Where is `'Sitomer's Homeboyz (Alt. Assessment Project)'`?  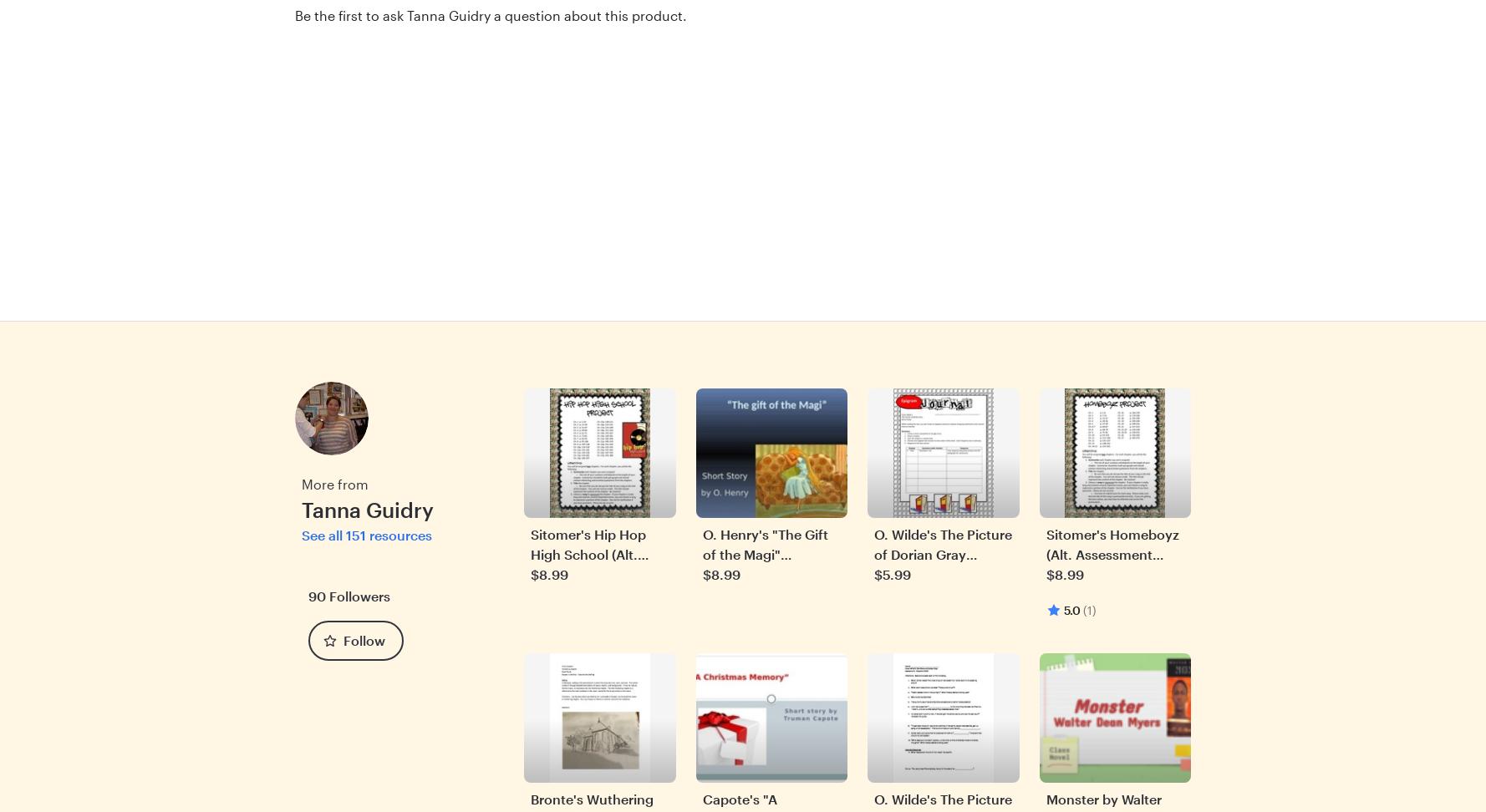
'Sitomer's Homeboyz (Alt. Assessment Project)' is located at coordinates (1112, 553).